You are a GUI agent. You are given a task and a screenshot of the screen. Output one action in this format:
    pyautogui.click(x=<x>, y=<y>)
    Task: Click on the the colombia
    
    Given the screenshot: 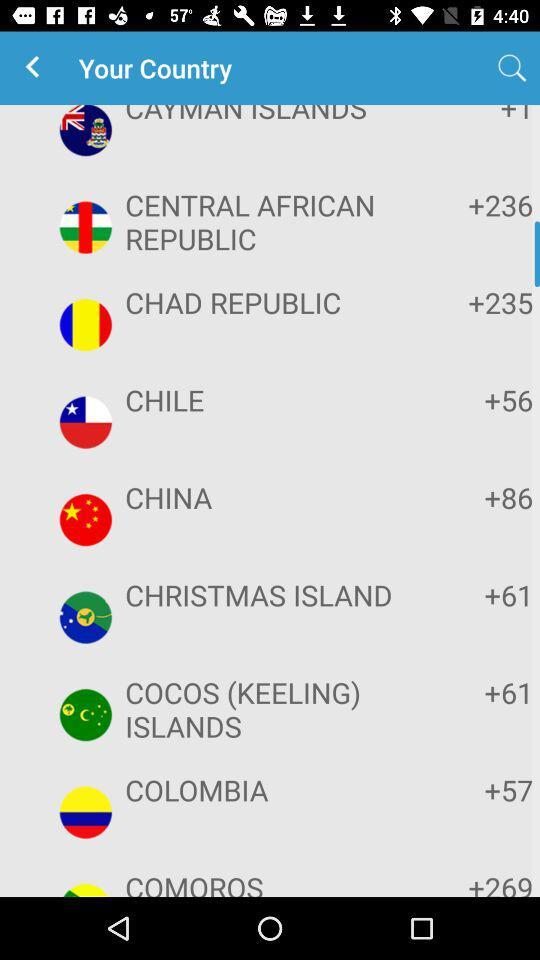 What is the action you would take?
    pyautogui.click(x=267, y=789)
    